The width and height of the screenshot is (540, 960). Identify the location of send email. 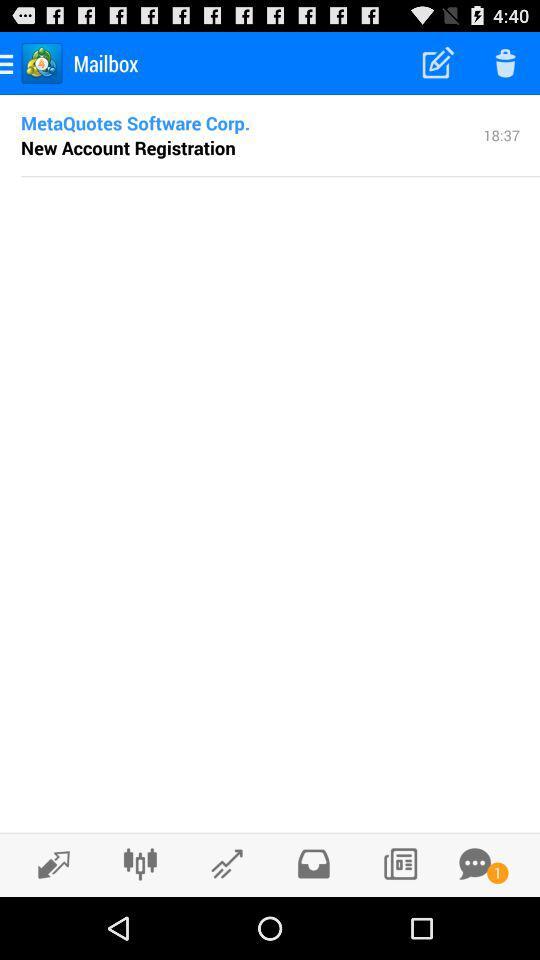
(226, 863).